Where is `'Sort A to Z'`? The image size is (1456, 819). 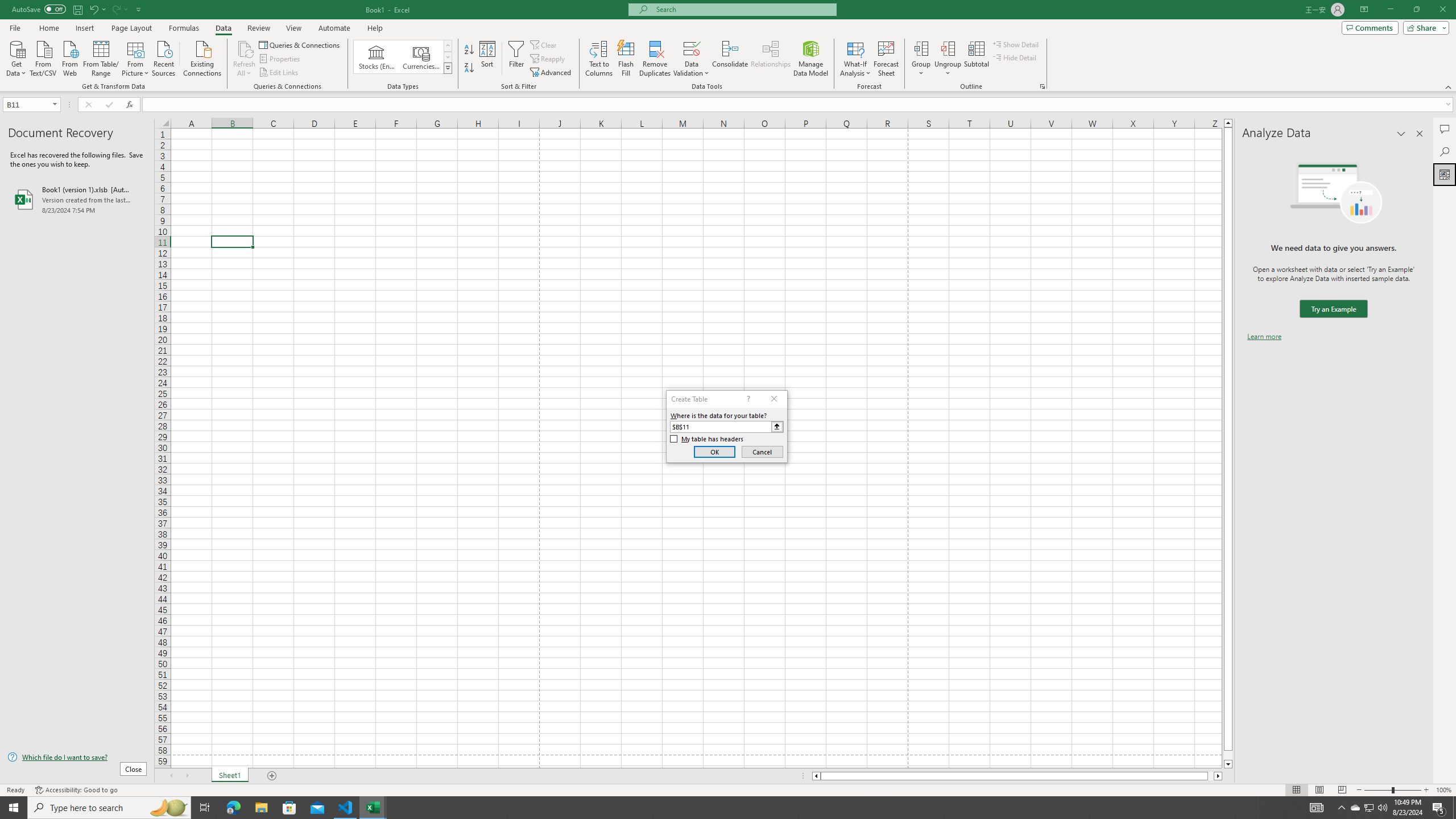 'Sort A to Z' is located at coordinates (469, 49).